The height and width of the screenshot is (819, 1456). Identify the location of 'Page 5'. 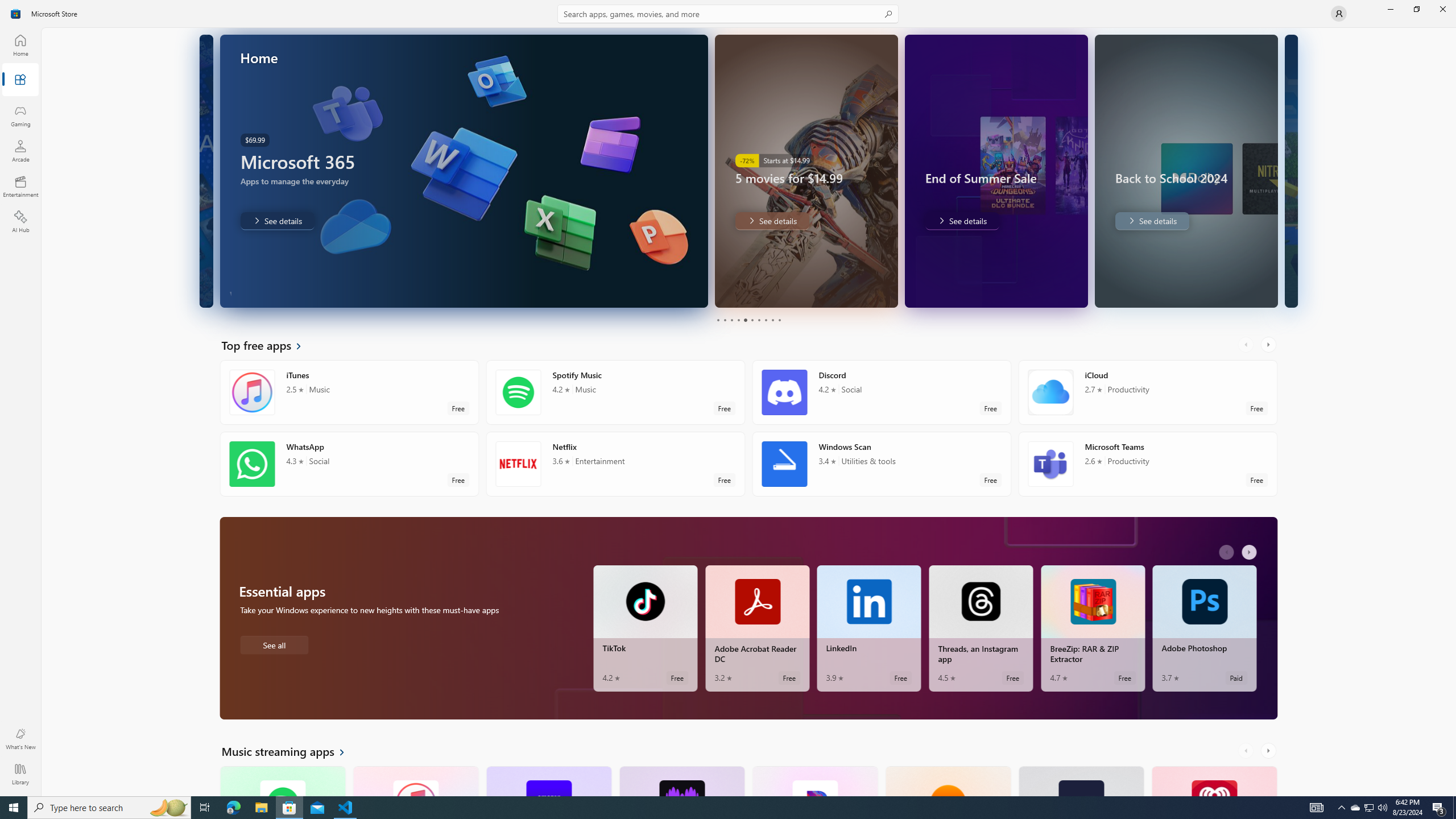
(744, 320).